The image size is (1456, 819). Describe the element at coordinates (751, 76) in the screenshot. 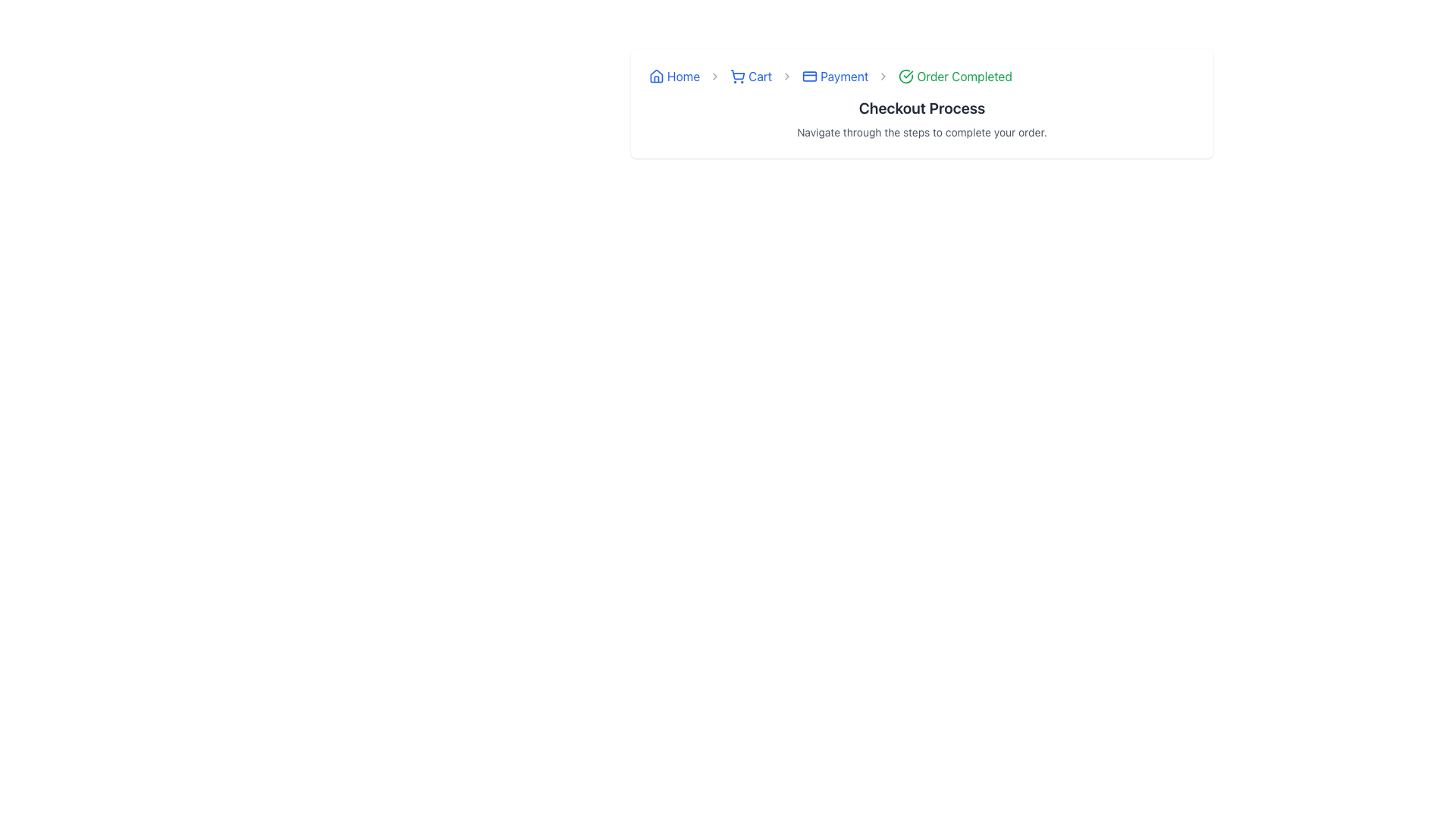

I see `the 'Cart' breadcrumb navigation item, which is styled in blue and includes a shopping cart icon` at that location.